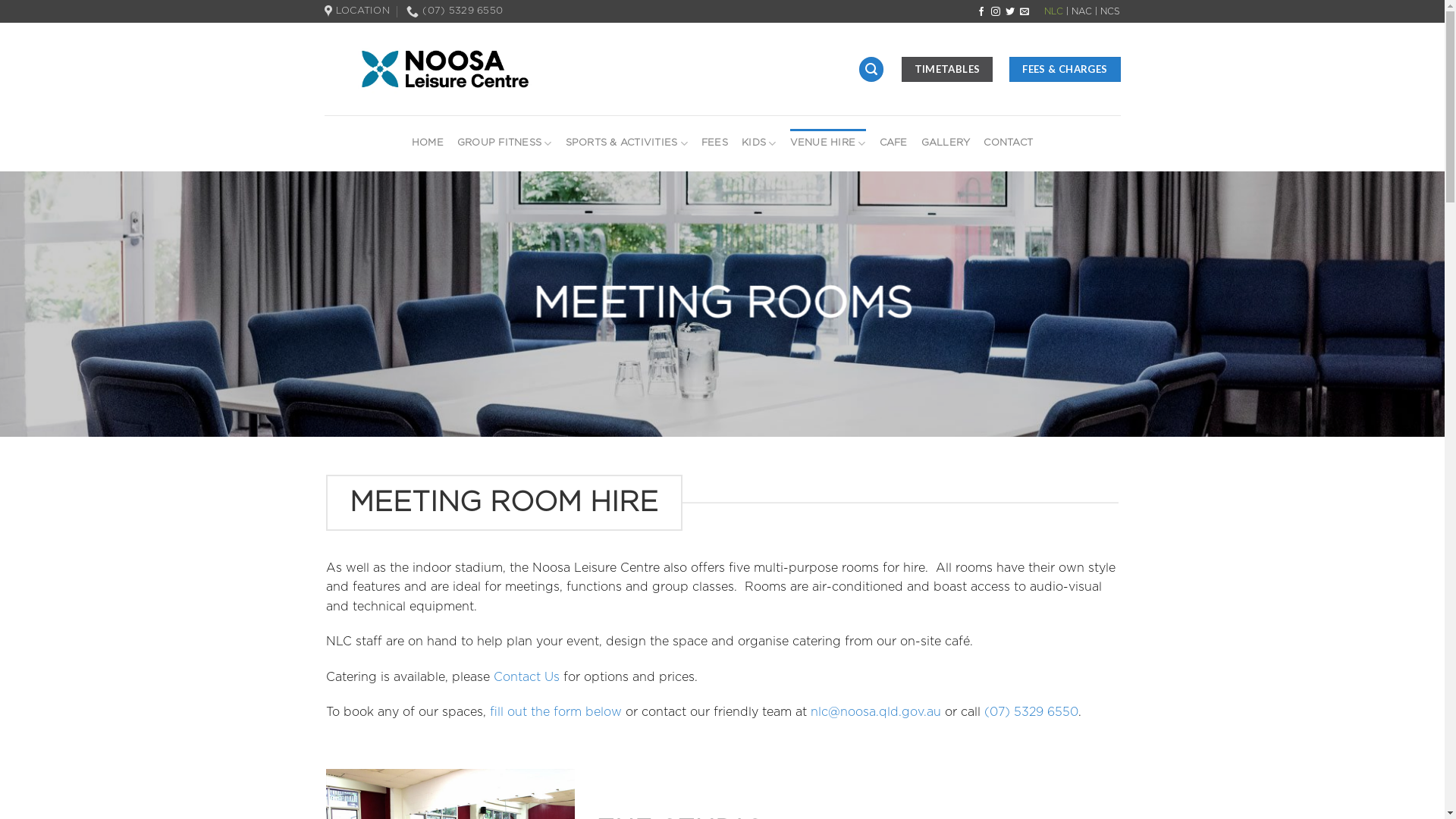  Describe the element at coordinates (981, 11) in the screenshot. I see `'Follow on Facebook'` at that location.